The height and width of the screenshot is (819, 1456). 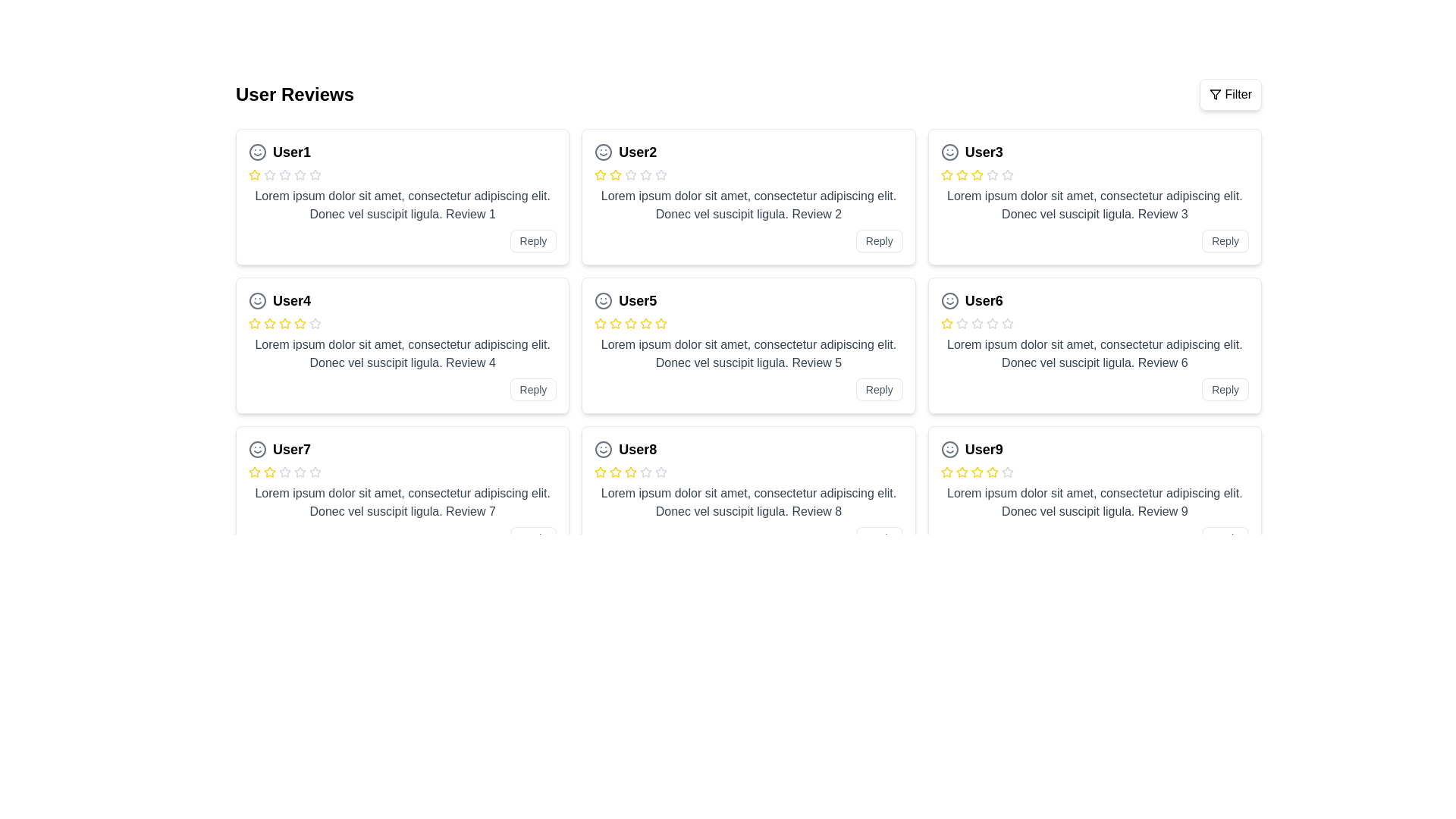 What do you see at coordinates (949, 449) in the screenshot?
I see `the decorative icon representing user status located to the left of 'User9' in the last card on the bottom right of the grid layout` at bounding box center [949, 449].